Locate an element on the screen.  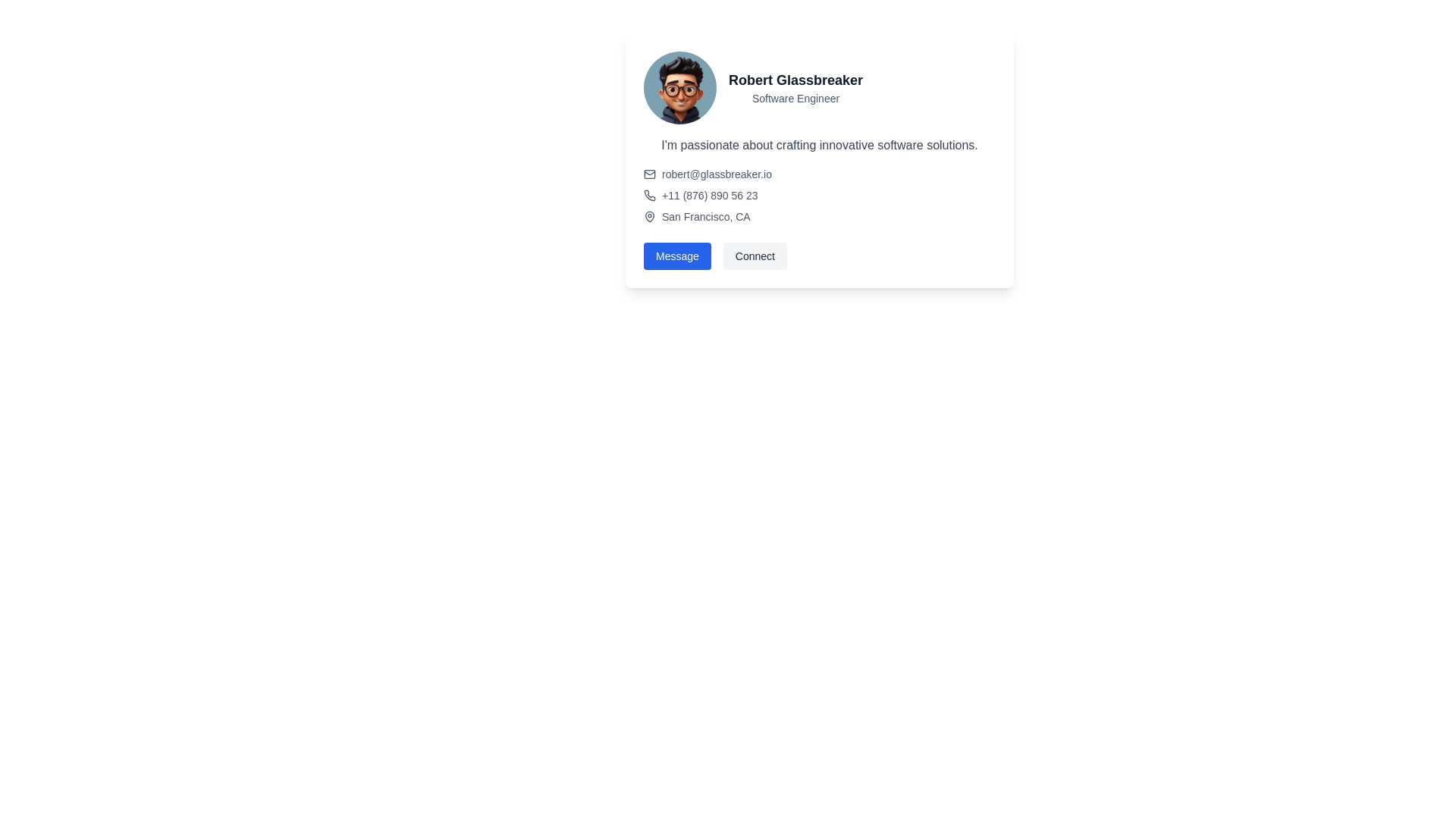
the email contact icon, positioned as the leftmost element in the email section of the user's contact details, to potentially see a tooltip or visual effect is located at coordinates (650, 174).